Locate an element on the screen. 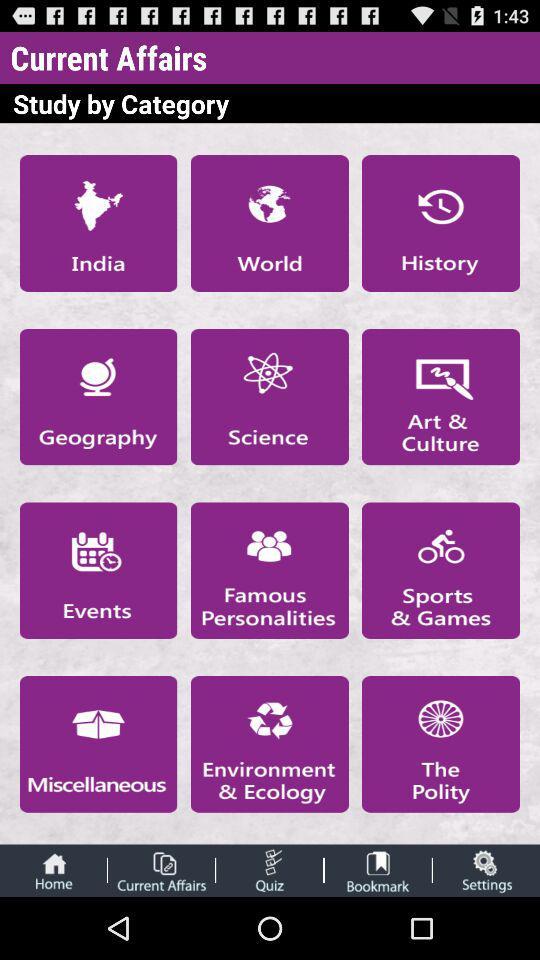 The width and height of the screenshot is (540, 960). current affairs button is located at coordinates (160, 869).